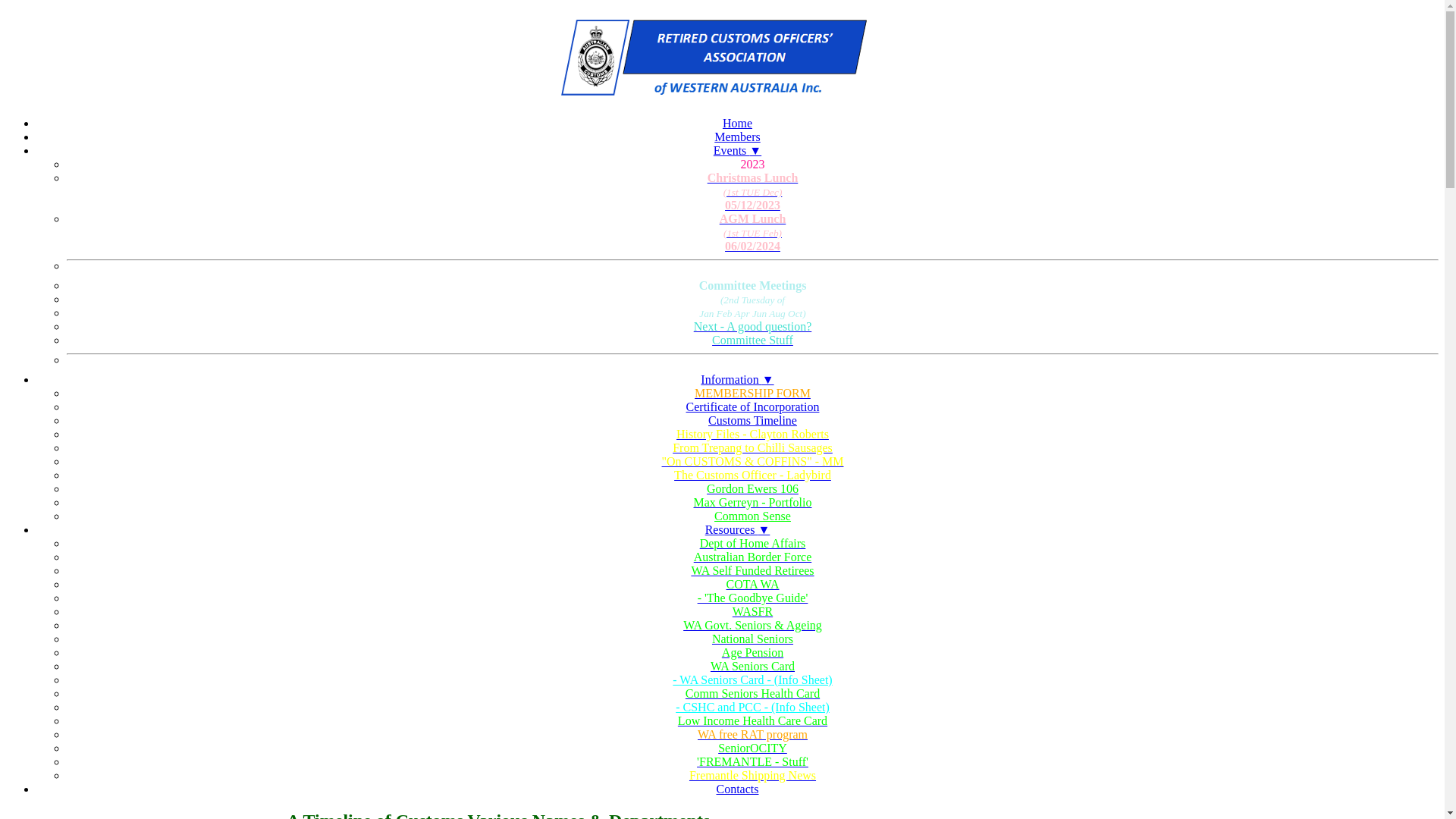  Describe the element at coordinates (752, 570) in the screenshot. I see `'WA Self Funded Retirees'` at that location.